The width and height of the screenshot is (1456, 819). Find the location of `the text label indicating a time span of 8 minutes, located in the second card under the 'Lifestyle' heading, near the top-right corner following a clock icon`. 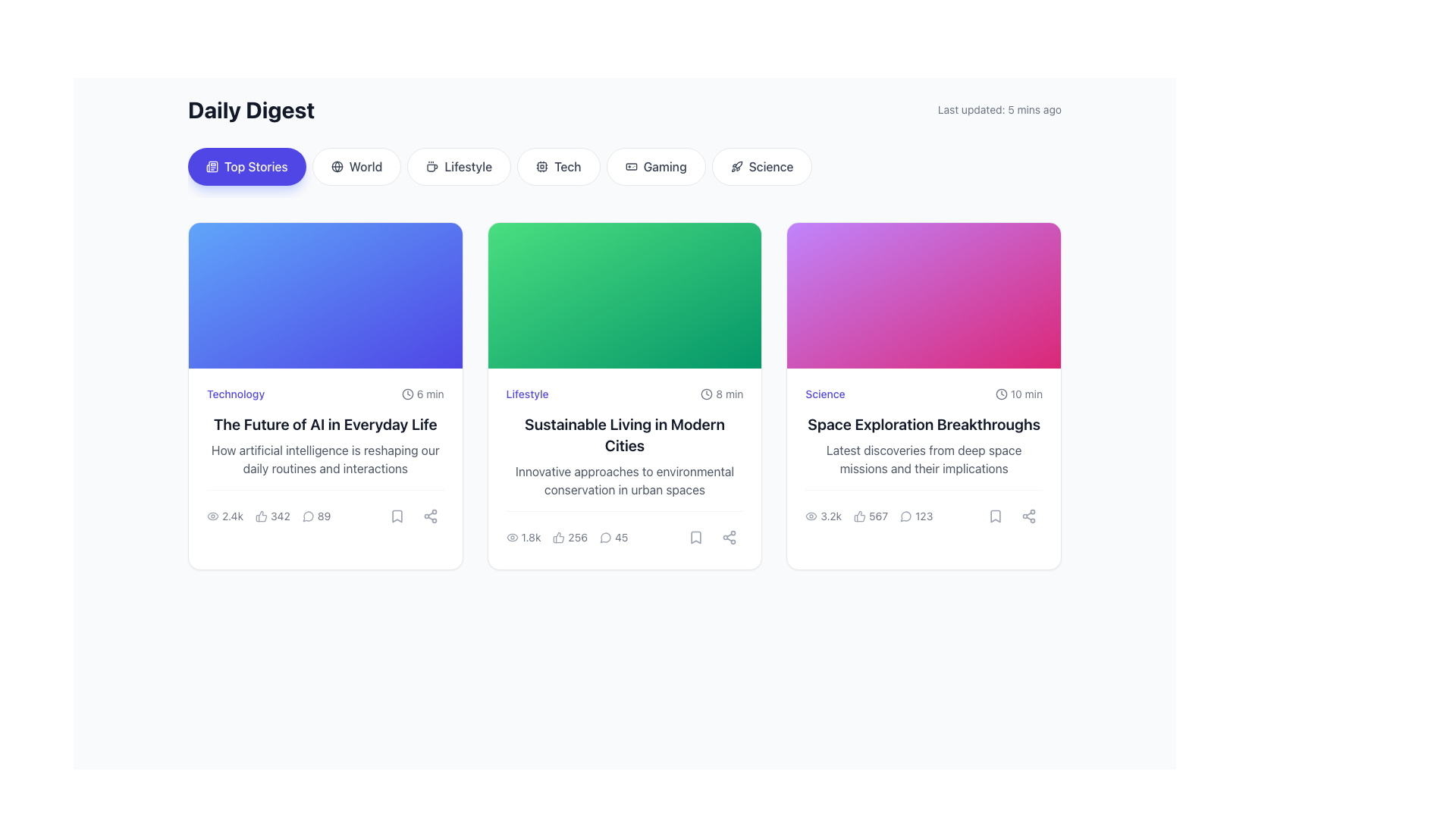

the text label indicating a time span of 8 minutes, located in the second card under the 'Lifestyle' heading, near the top-right corner following a clock icon is located at coordinates (730, 394).